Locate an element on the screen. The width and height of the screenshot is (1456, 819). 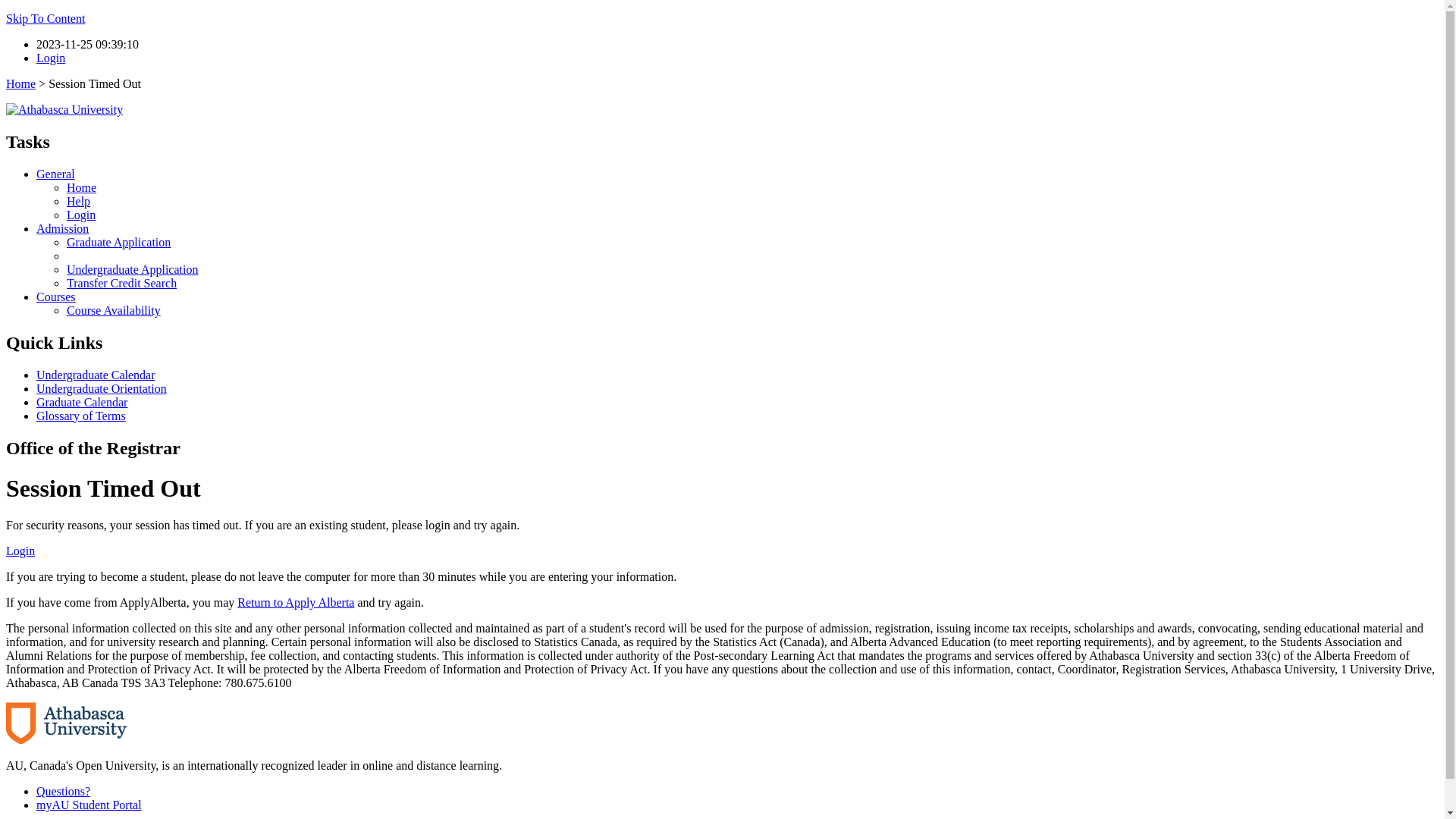
'Transfer Credit Search' is located at coordinates (121, 283).